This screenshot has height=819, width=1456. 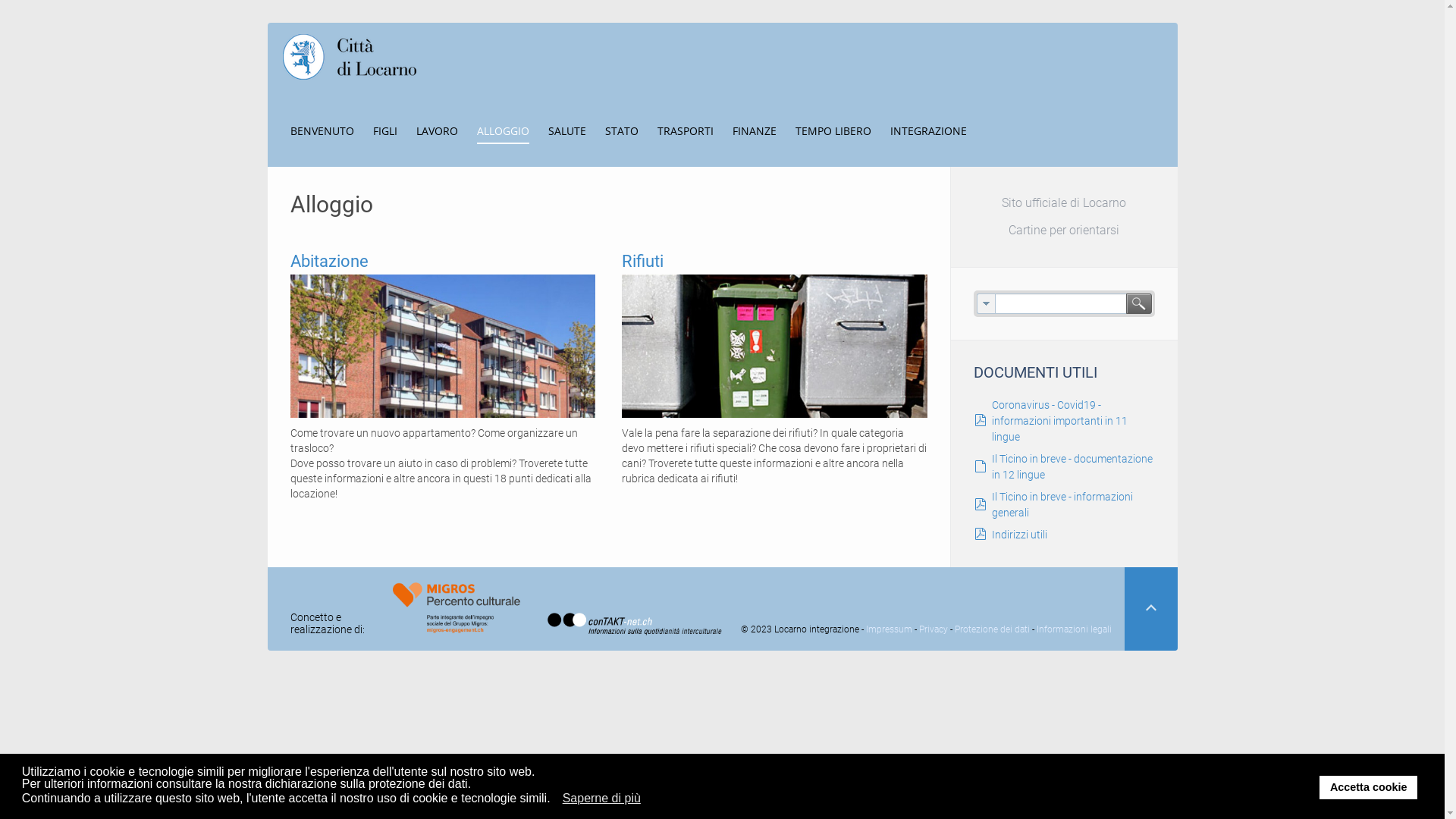 I want to click on 'Impressum', so click(x=889, y=629).